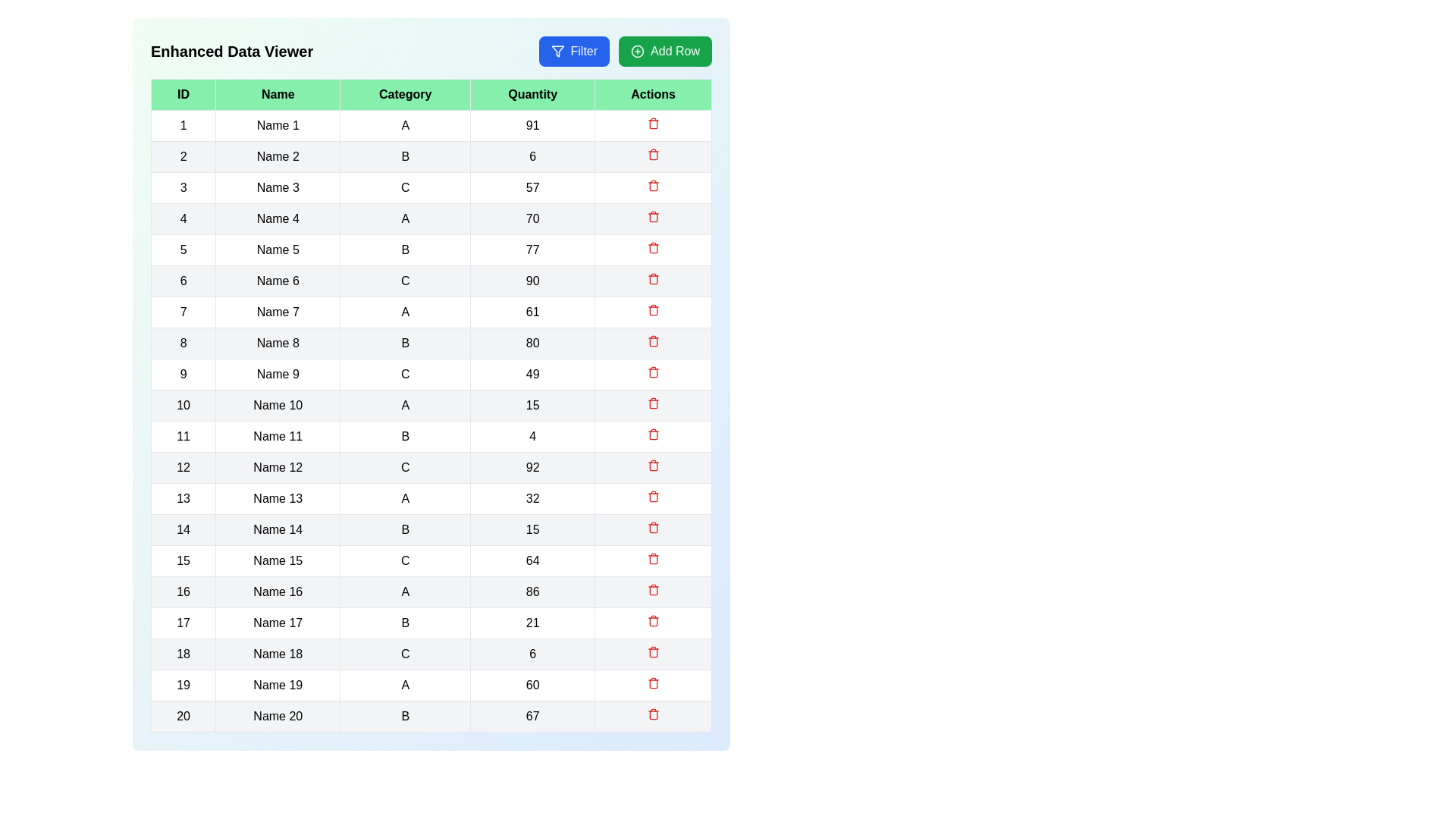 The height and width of the screenshot is (819, 1456). I want to click on the 'Filter' button to trigger the filtering functionality, so click(573, 51).